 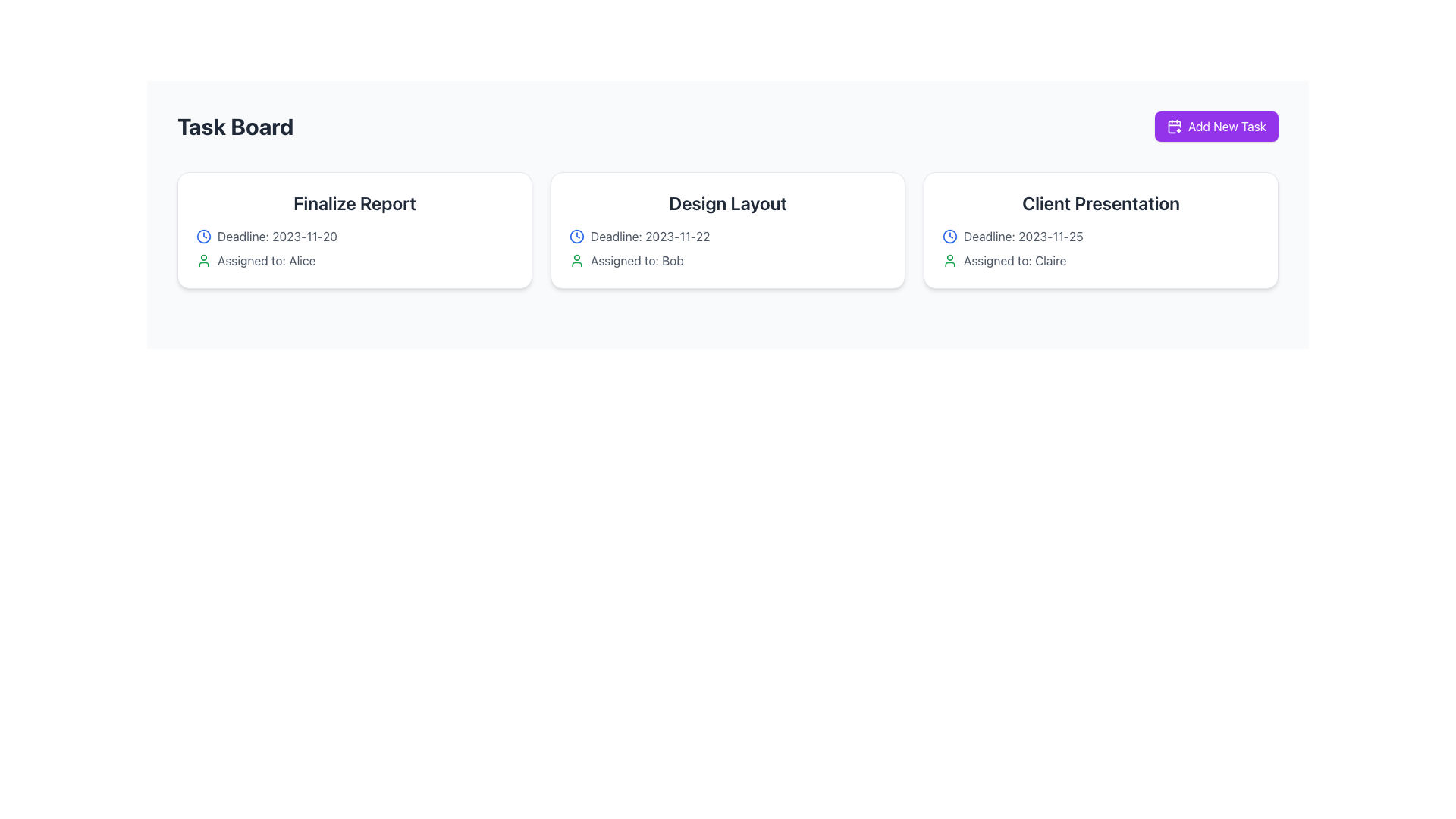 I want to click on the static text UI component displaying the deadline date for a task, located within the 'Client Presentation' card, which is the rightmost among its siblings, so click(x=1023, y=237).